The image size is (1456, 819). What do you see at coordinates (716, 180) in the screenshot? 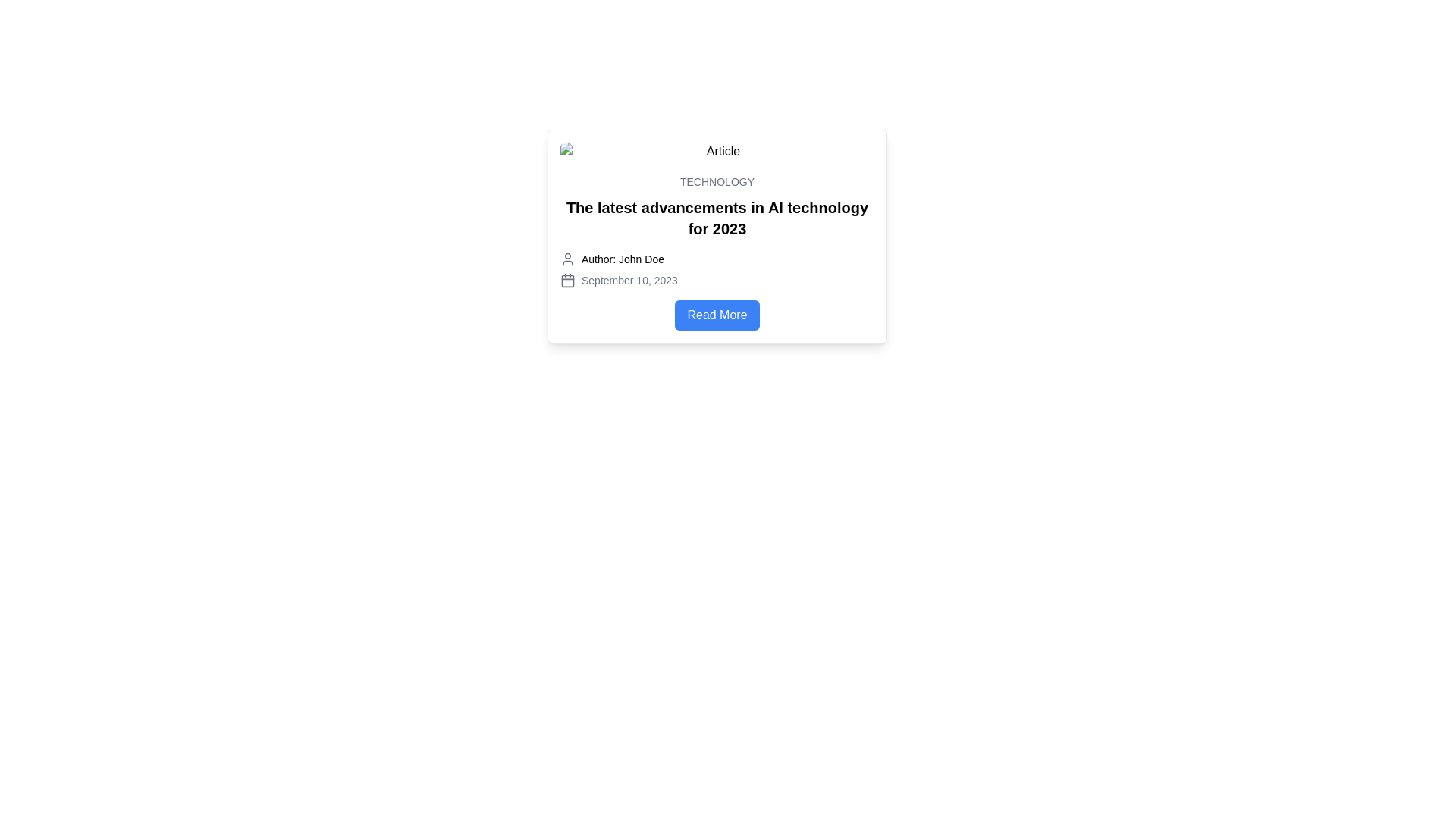
I see `the text label that serves as a tag or category indicator for the article content, which is positioned between the header image and the main title of the article` at bounding box center [716, 180].